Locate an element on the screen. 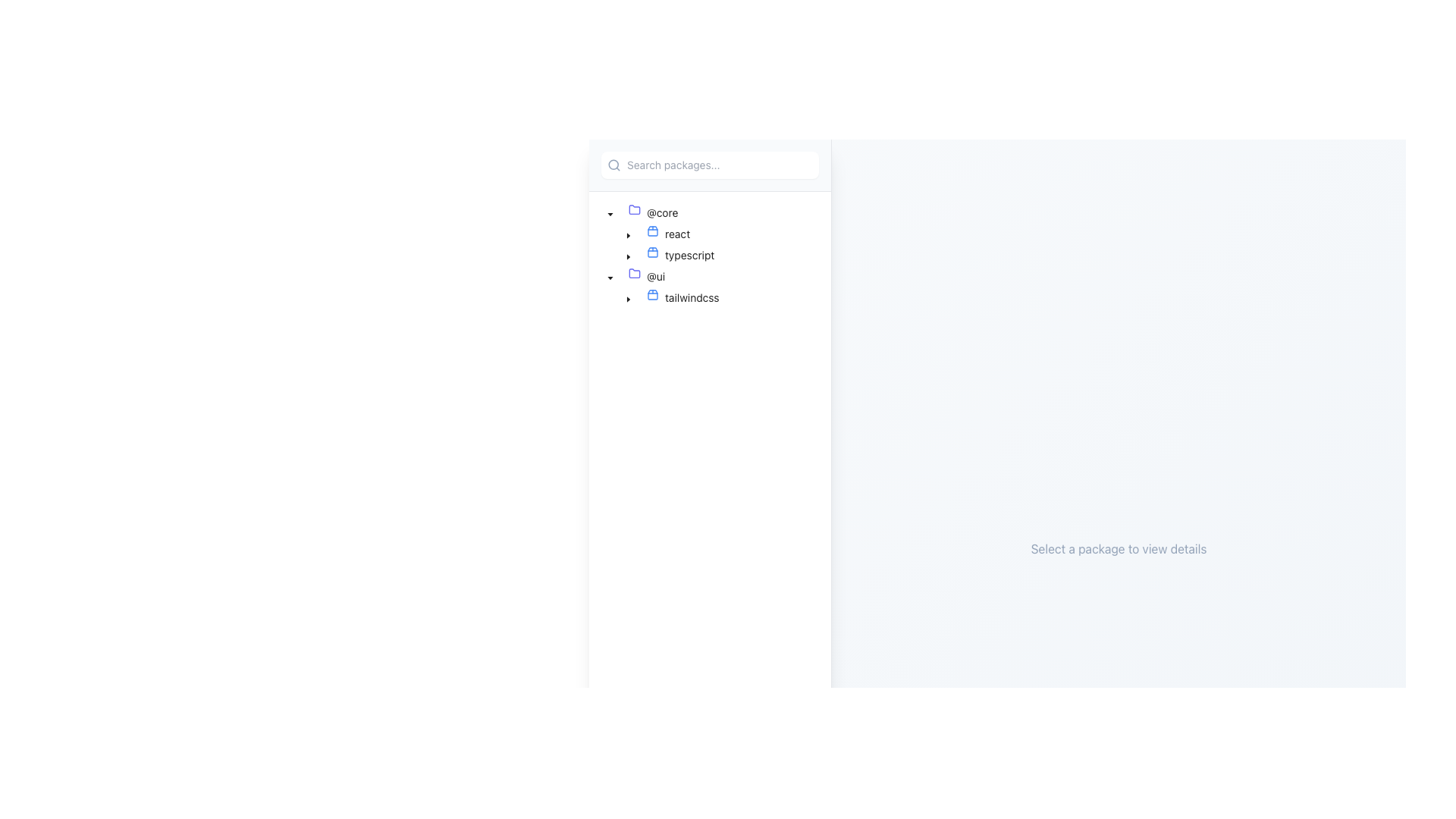 Image resolution: width=1456 pixels, height=819 pixels. the Tree View Node labeled 'react' is located at coordinates (648, 234).